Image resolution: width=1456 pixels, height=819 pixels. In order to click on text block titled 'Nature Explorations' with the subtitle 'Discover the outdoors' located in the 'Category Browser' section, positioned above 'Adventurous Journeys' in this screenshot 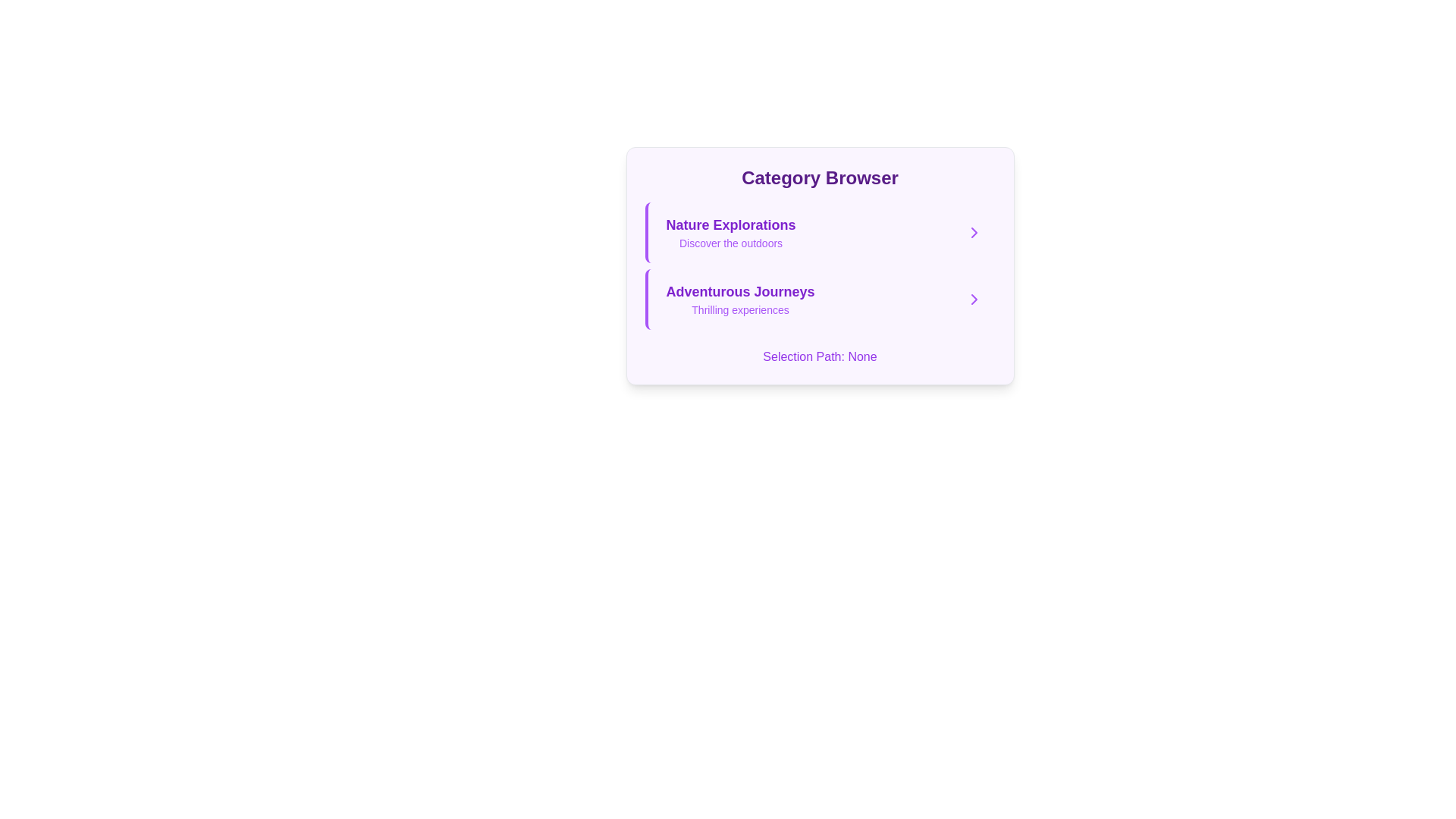, I will do `click(731, 233)`.